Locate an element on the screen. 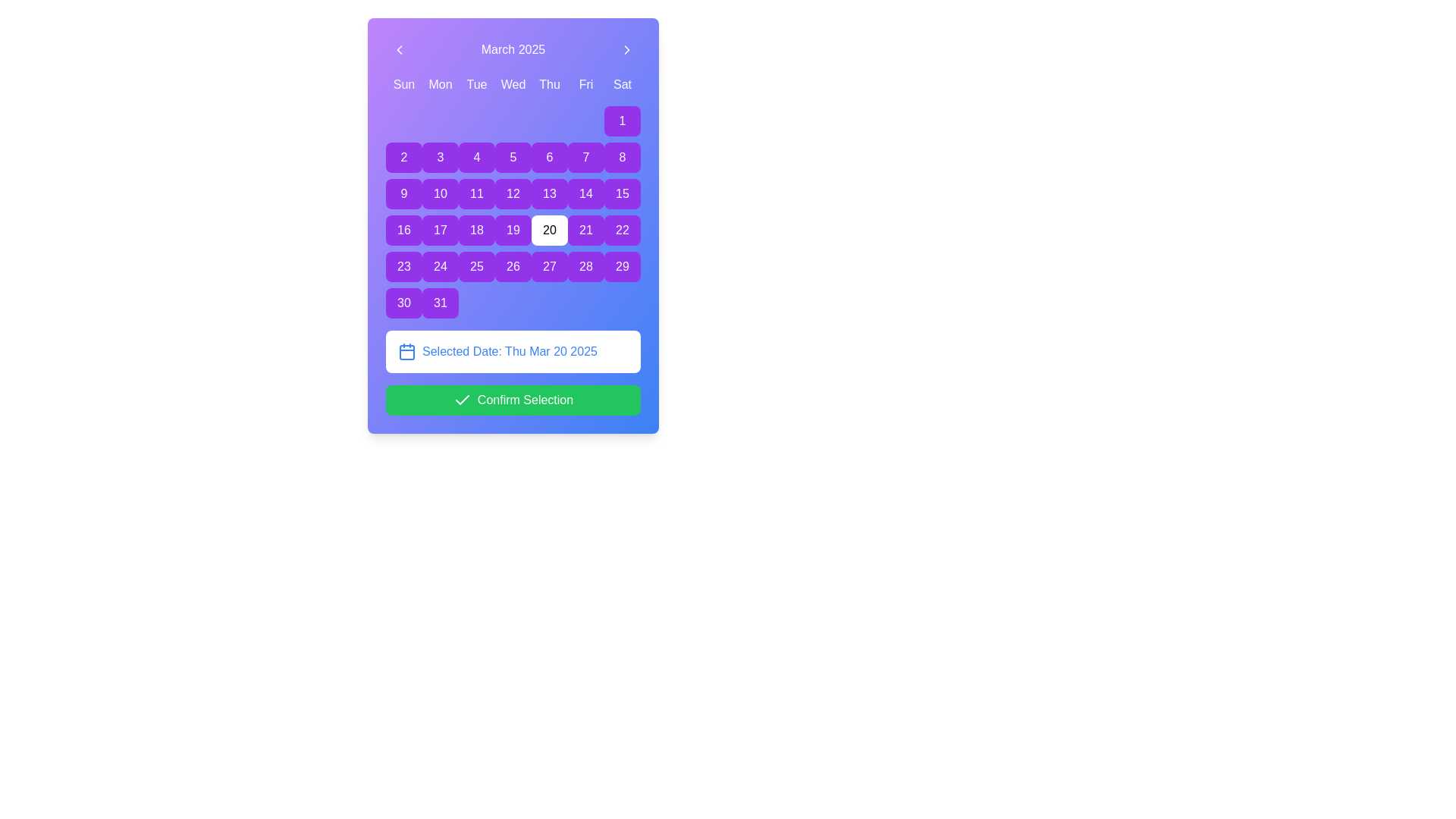 This screenshot has height=819, width=1456. the chevron icon located in the top-right corner of the calendar interface next to the text 'March 2025' is located at coordinates (626, 49).